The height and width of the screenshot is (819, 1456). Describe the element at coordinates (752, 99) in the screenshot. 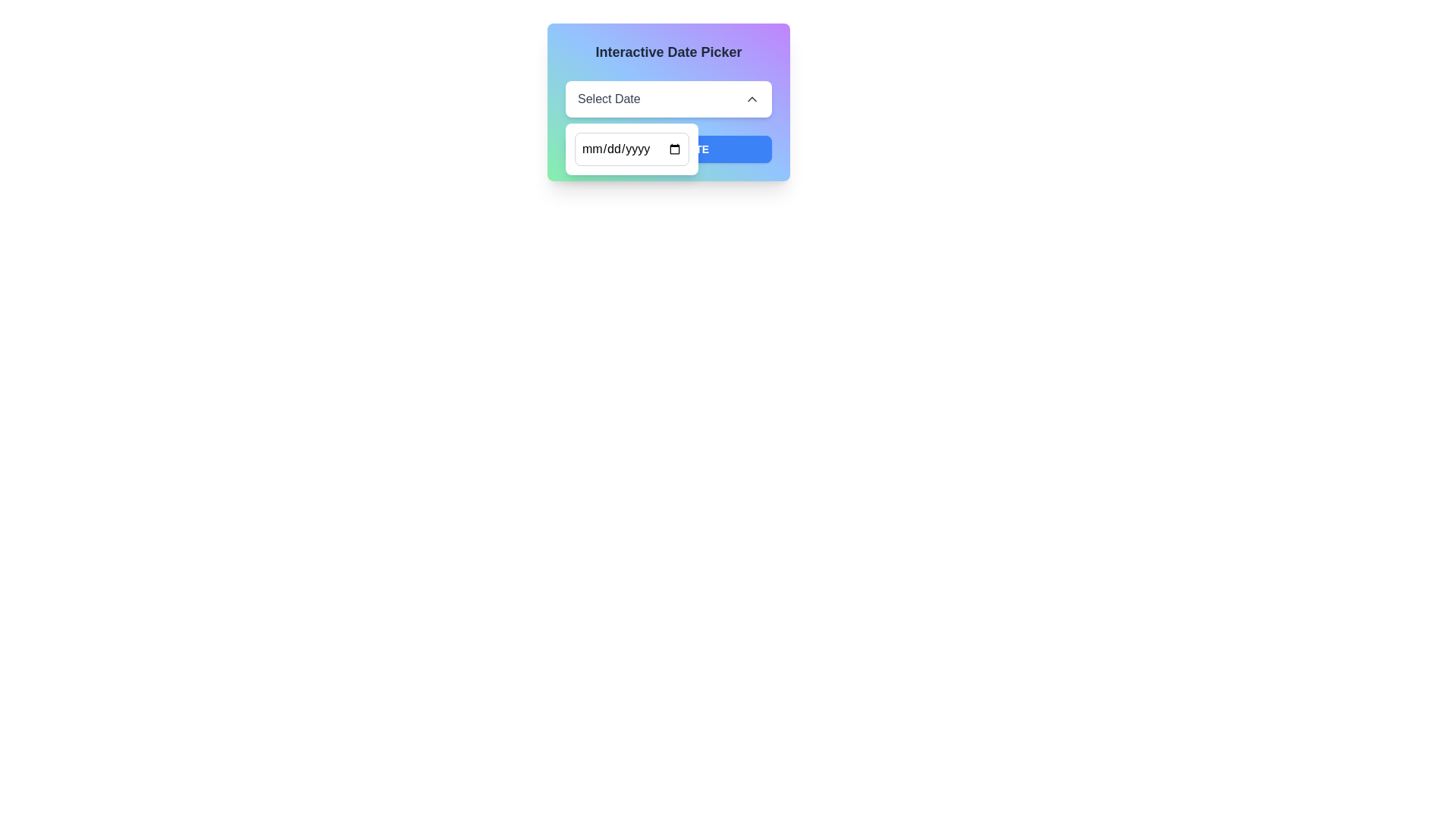

I see `the upward-pointing chevron icon located to the right of the text 'Select Date'` at that location.